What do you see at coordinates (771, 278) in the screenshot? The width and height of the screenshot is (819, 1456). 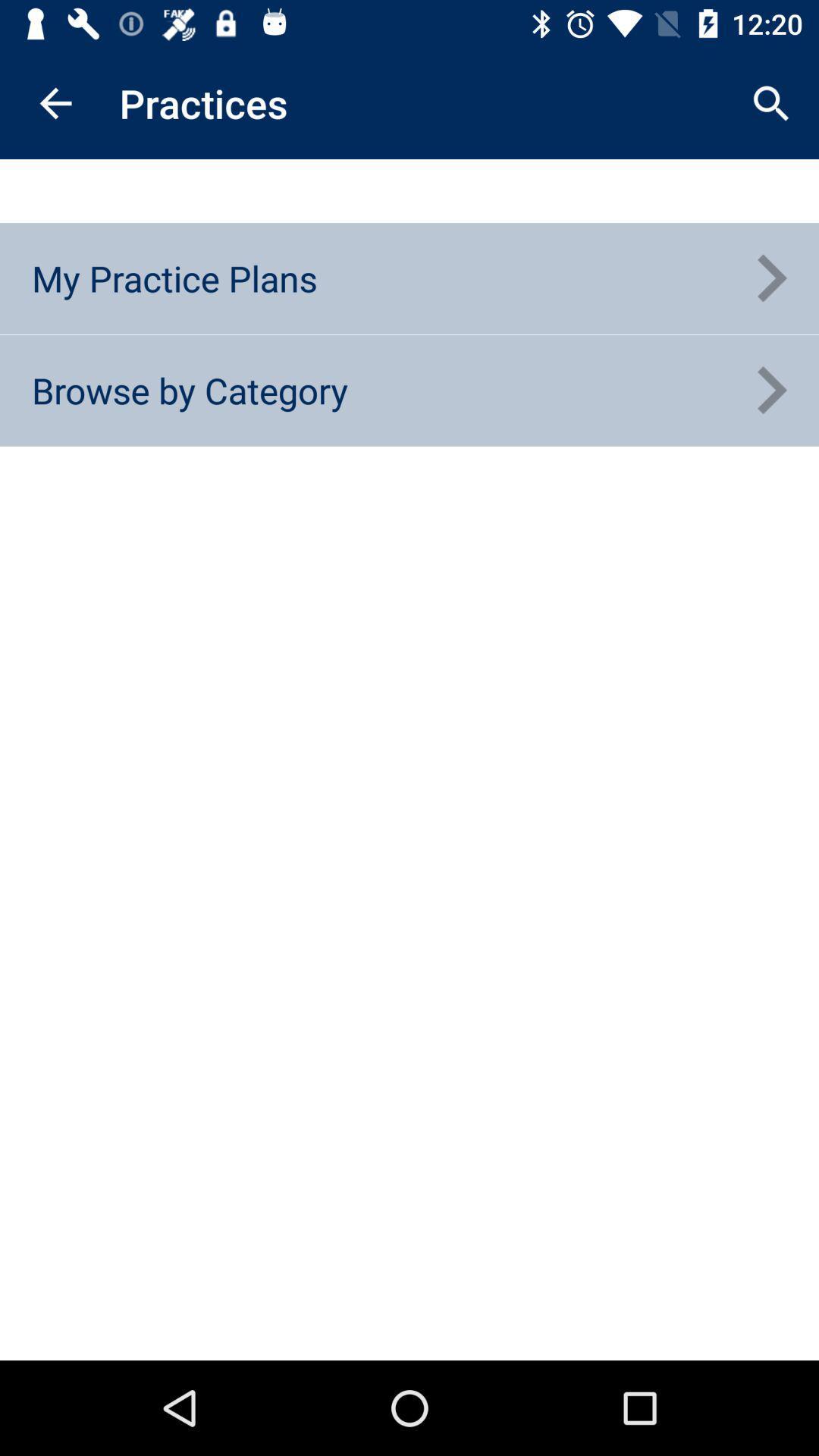 I see `the item next to my practice plans` at bounding box center [771, 278].